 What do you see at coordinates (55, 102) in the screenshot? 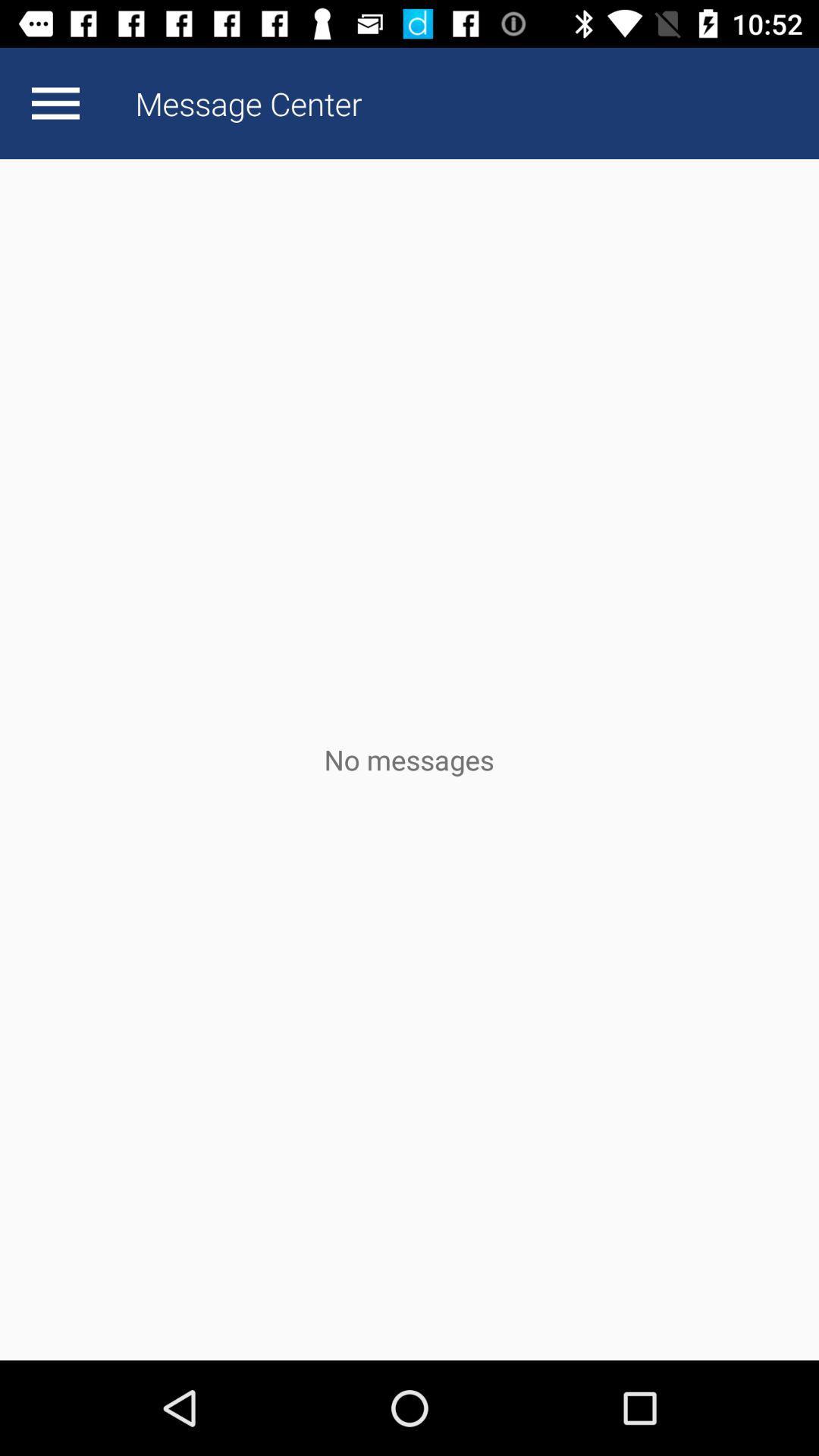
I see `settings` at bounding box center [55, 102].